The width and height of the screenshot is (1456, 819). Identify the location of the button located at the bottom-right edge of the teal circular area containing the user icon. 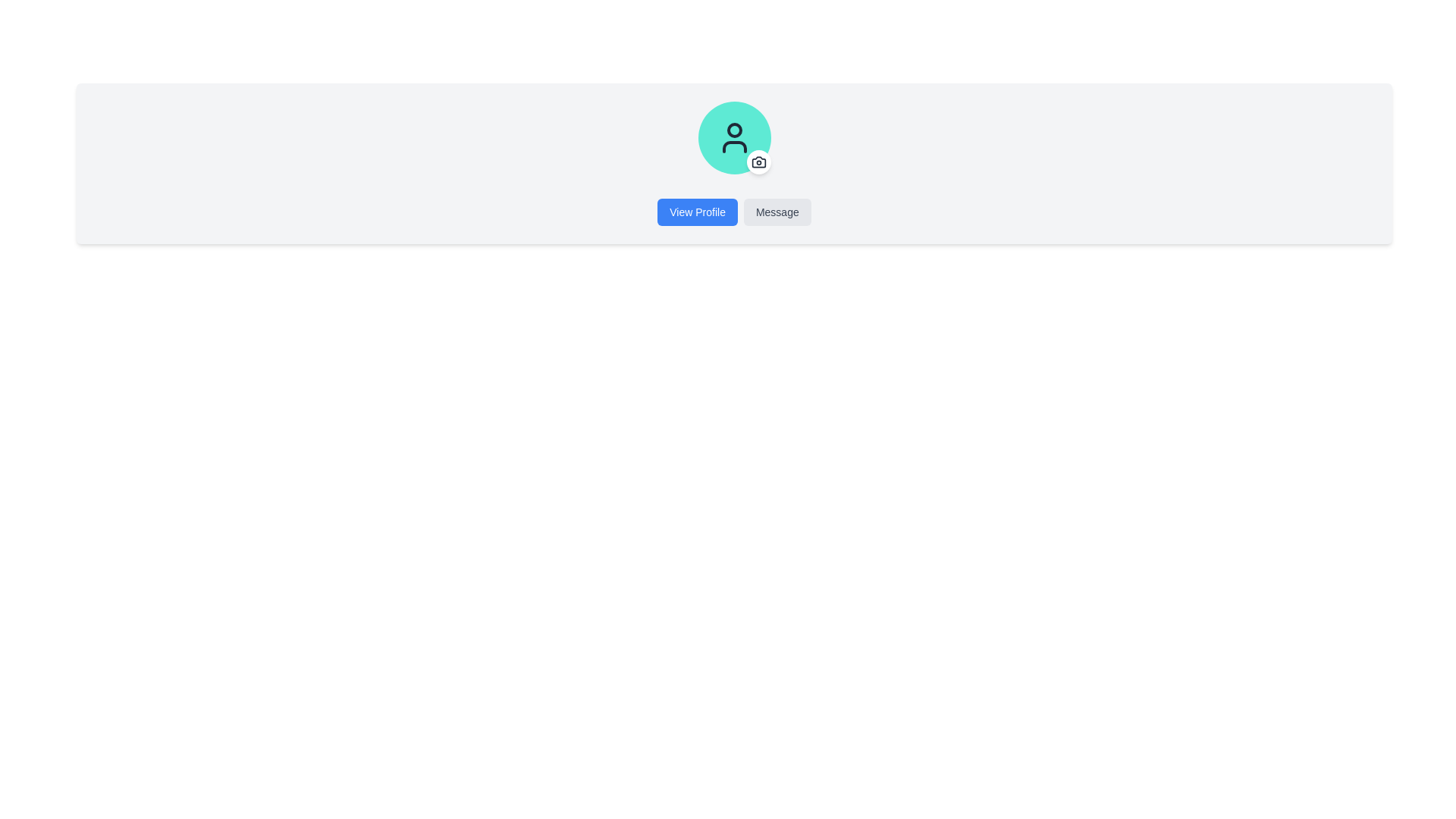
(758, 162).